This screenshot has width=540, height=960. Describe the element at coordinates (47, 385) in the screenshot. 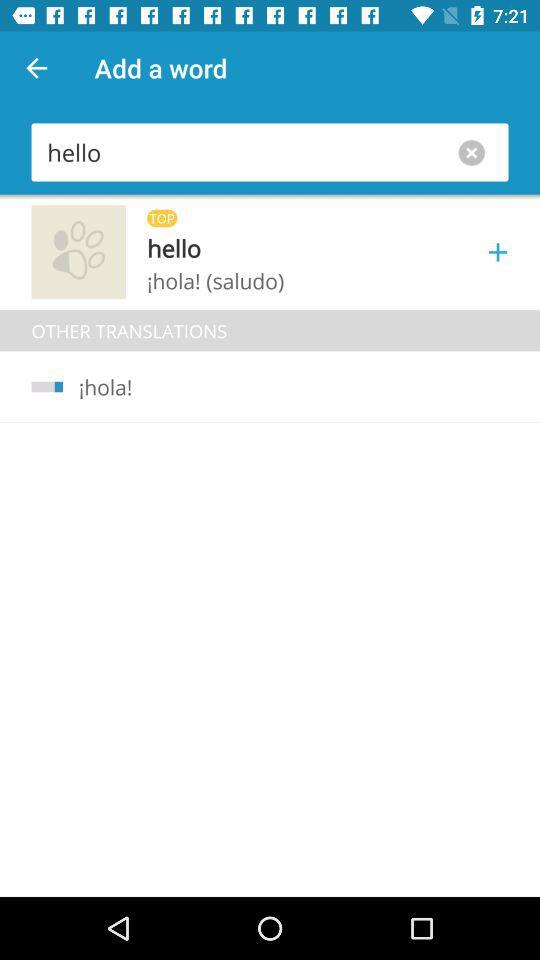

I see `icon below the other translations icon` at that location.